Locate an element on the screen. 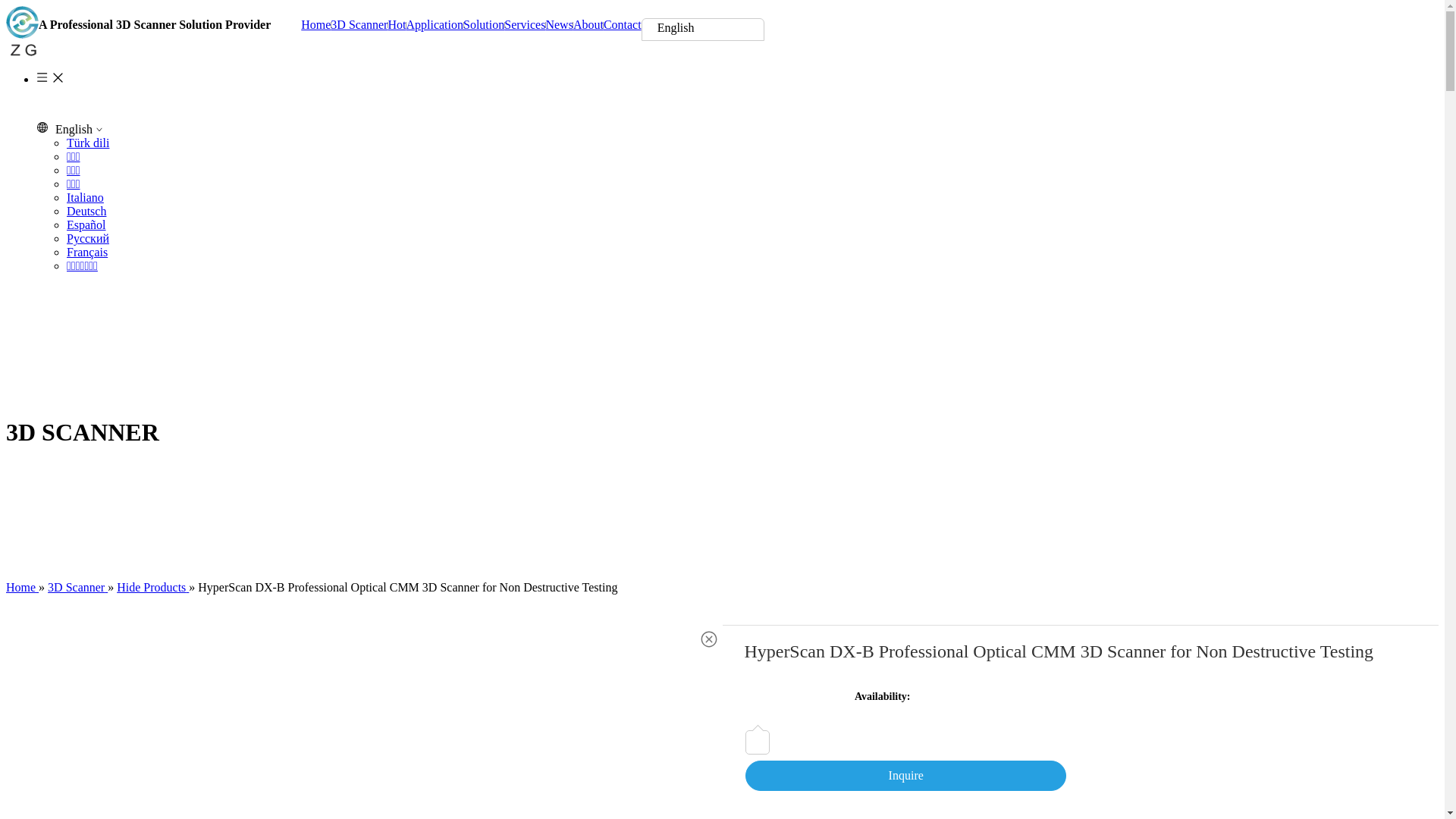 The width and height of the screenshot is (1456, 819). 'Hot' is located at coordinates (397, 25).